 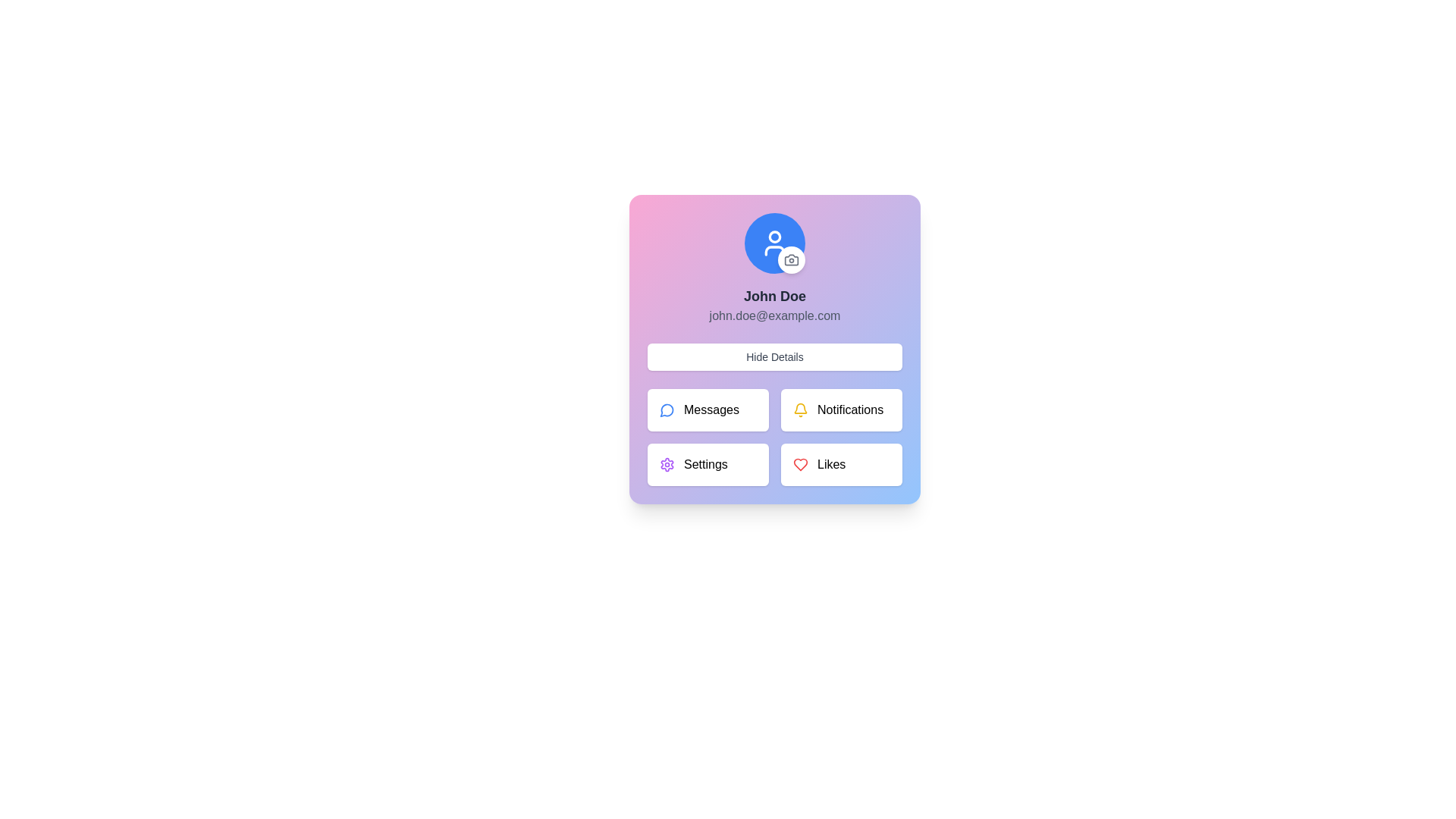 I want to click on the Notifications button, which has a yellow bell icon and black text, so click(x=840, y=409).